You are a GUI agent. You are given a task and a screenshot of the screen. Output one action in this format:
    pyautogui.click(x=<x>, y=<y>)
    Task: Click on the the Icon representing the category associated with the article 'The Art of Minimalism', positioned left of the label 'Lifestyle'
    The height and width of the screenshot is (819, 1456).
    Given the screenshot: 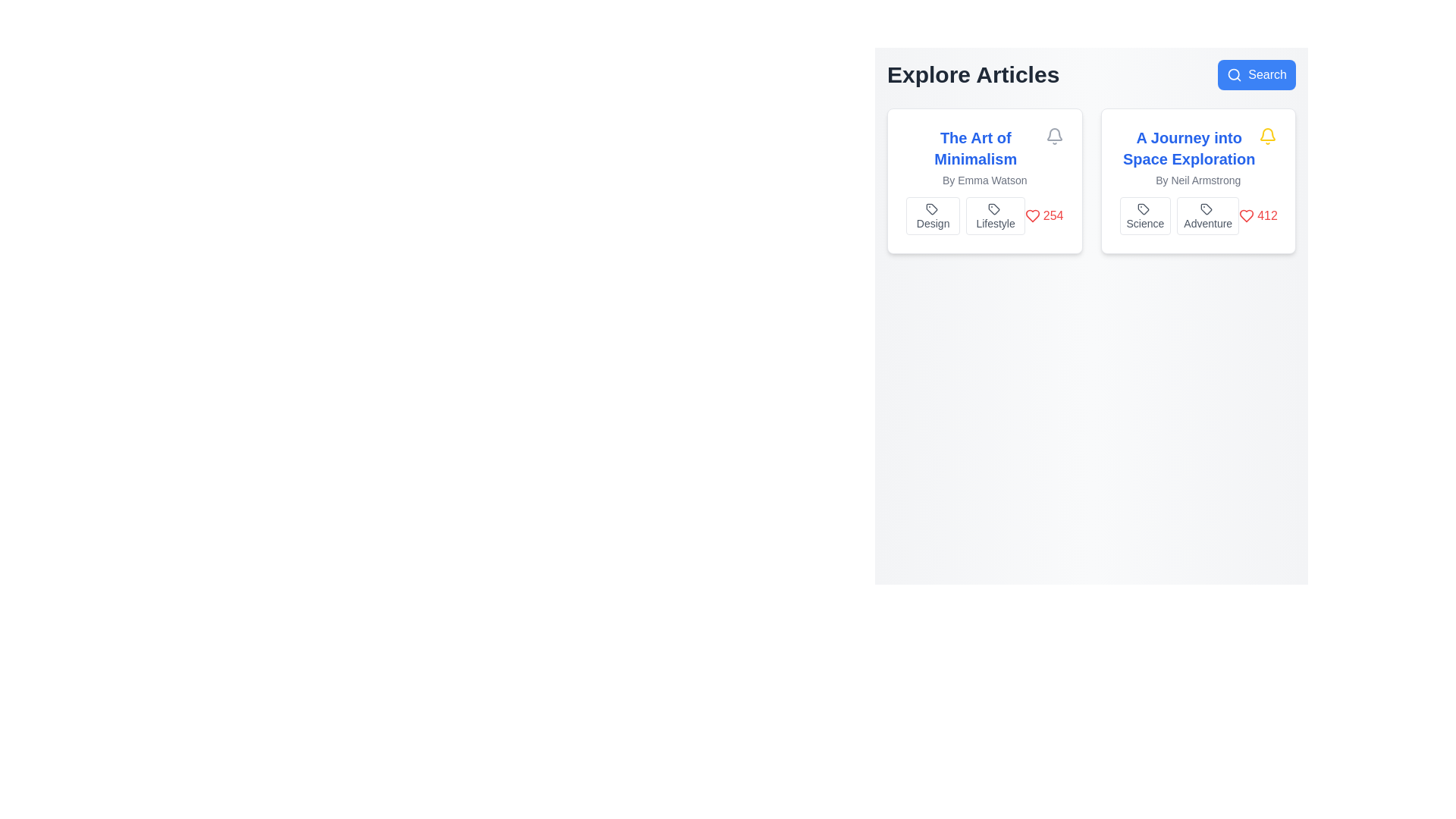 What is the action you would take?
    pyautogui.click(x=993, y=209)
    